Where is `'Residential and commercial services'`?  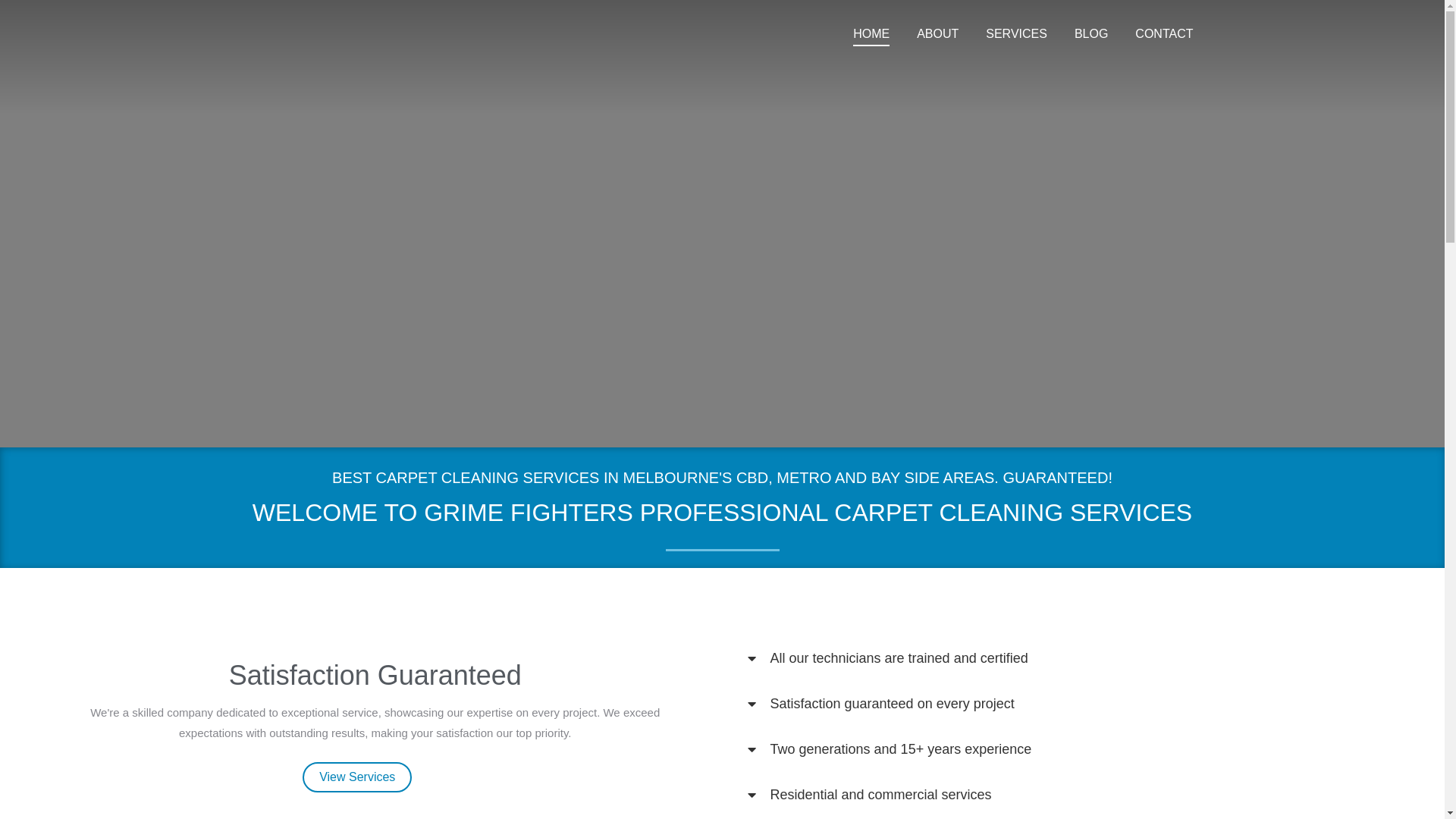 'Residential and commercial services' is located at coordinates (770, 794).